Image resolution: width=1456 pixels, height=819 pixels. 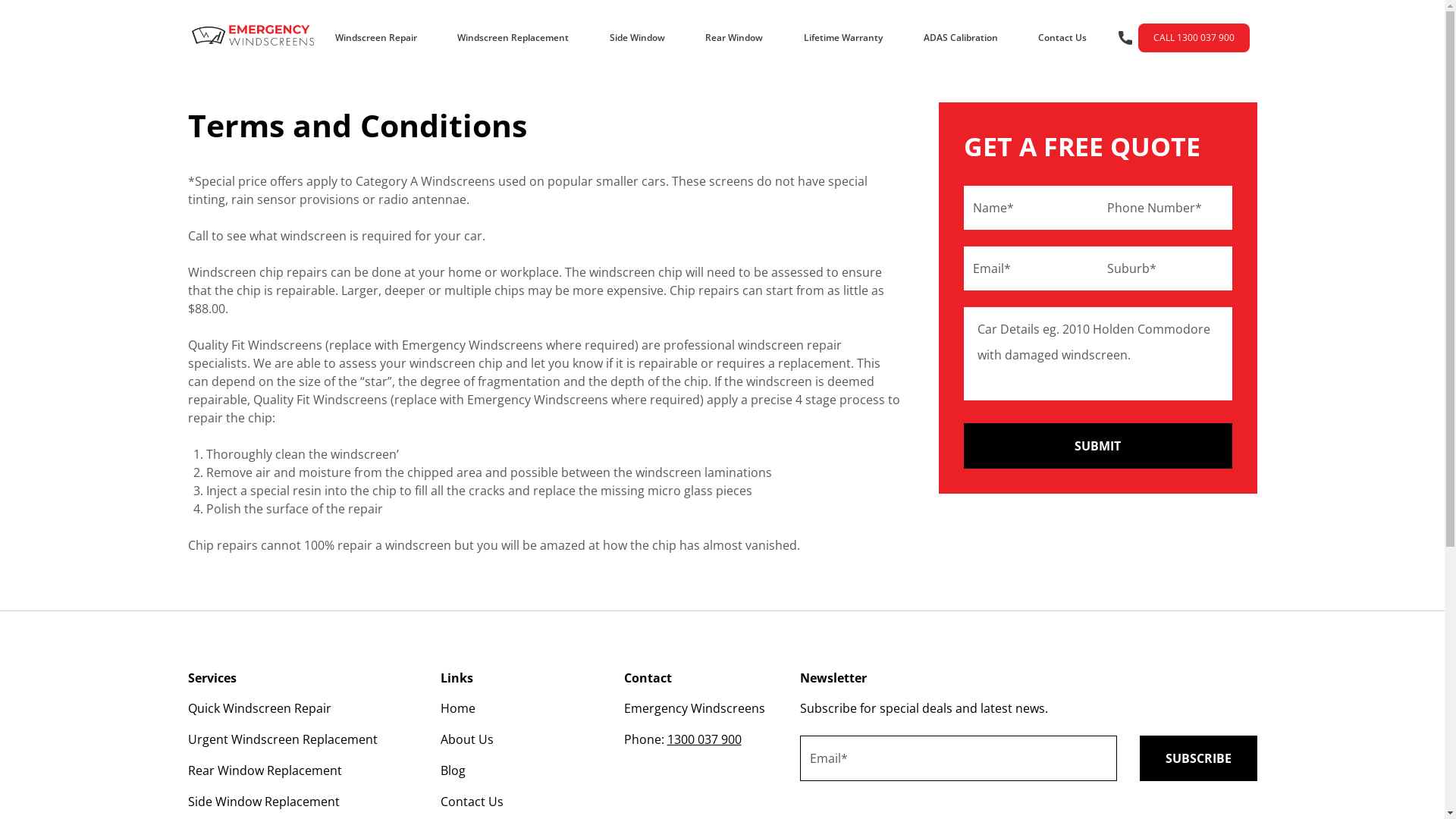 What do you see at coordinates (439, 770) in the screenshot?
I see `'Blog'` at bounding box center [439, 770].